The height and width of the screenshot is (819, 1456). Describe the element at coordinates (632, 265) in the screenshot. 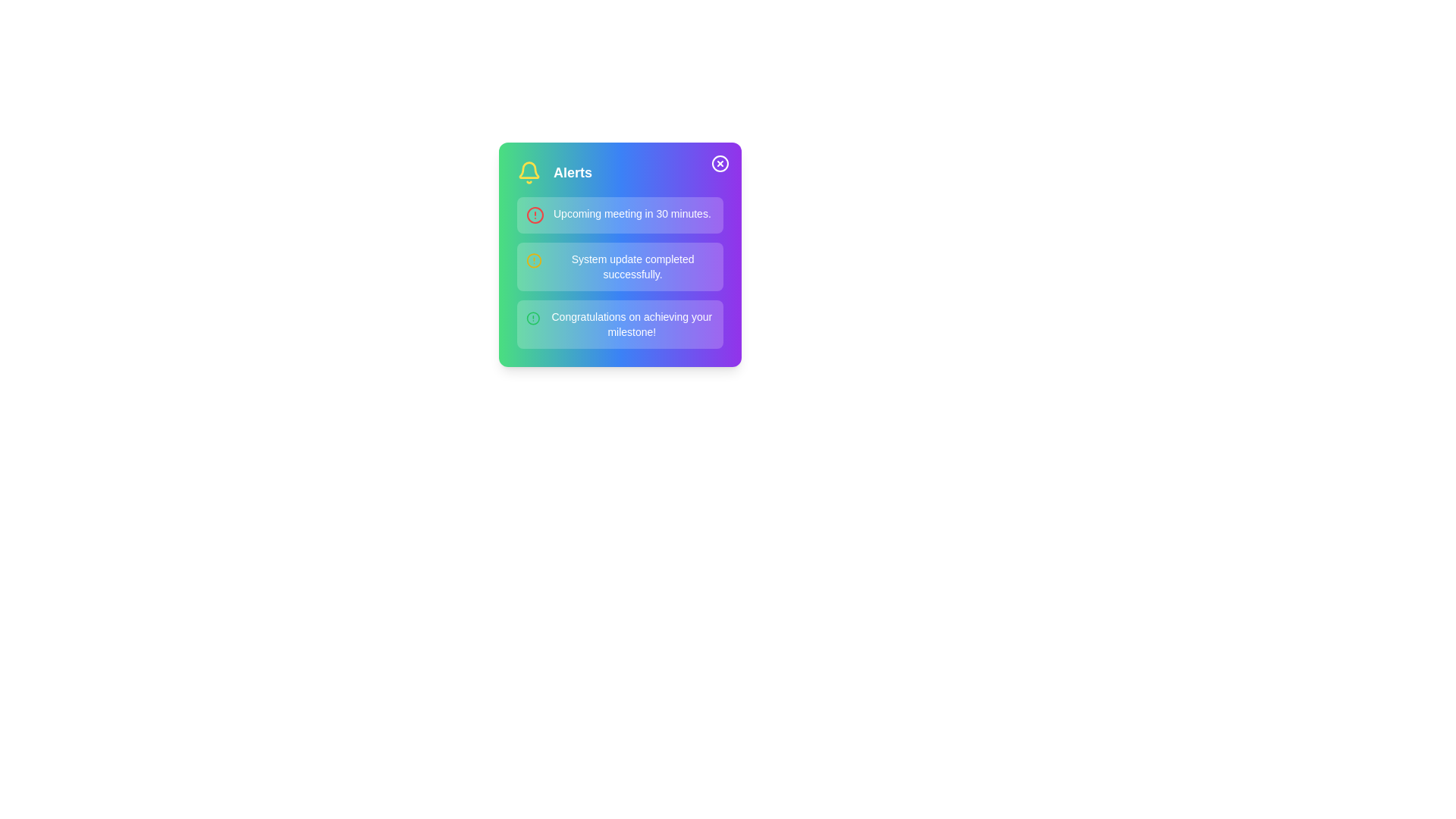

I see `the text label displaying 'System update completed successfully.' which is located to the right of a yellow circular alert icon in a horizontally aligned layout within a card-like notification interface` at that location.